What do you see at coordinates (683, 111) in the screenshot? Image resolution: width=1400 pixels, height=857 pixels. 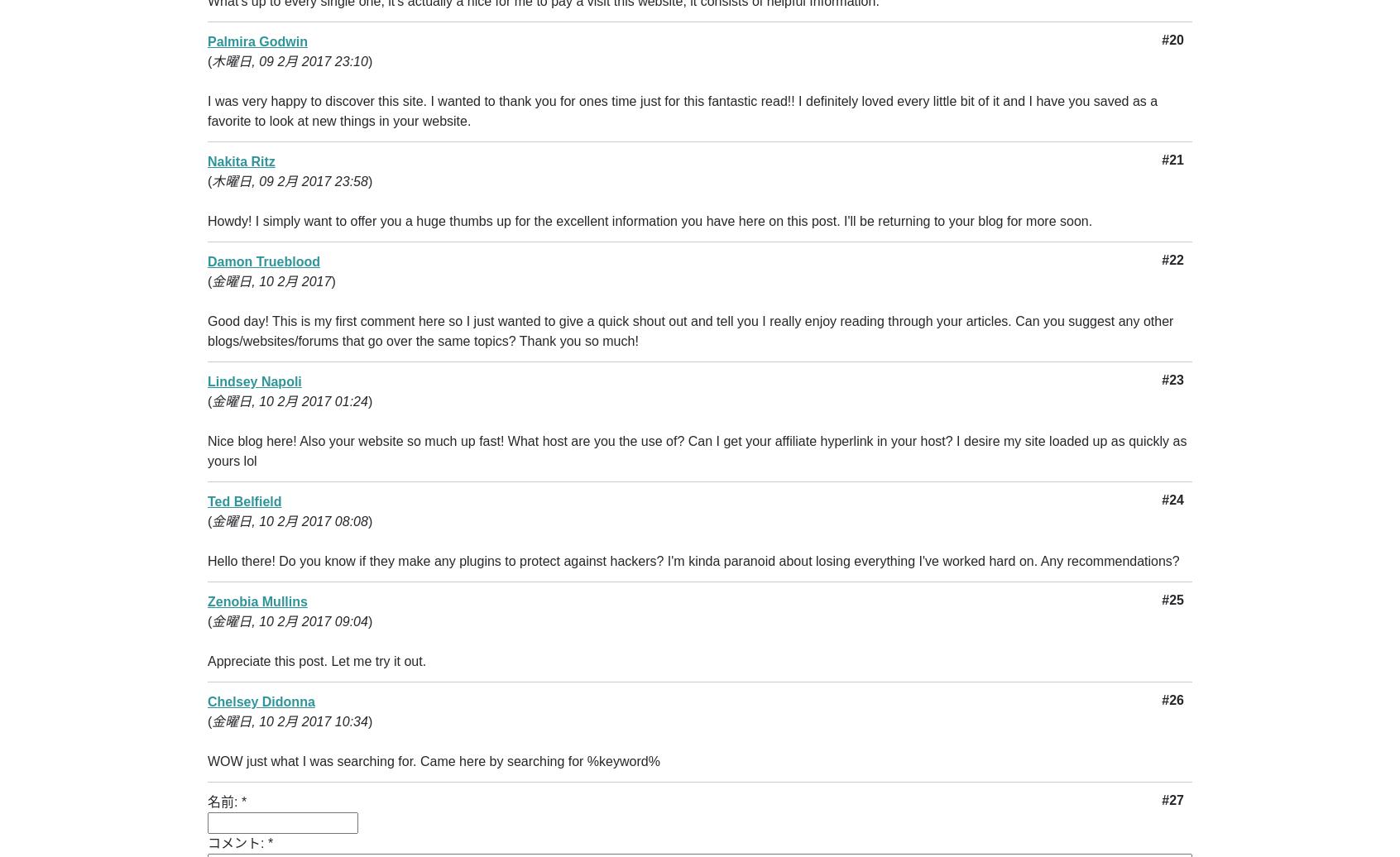 I see `'I was very happy to discover this site. I wanted to thank you for ones time just for this fantastic read!! I definitely loved every little bit of it and I have you saved as a favorite to look at new
things in your website.'` at bounding box center [683, 111].